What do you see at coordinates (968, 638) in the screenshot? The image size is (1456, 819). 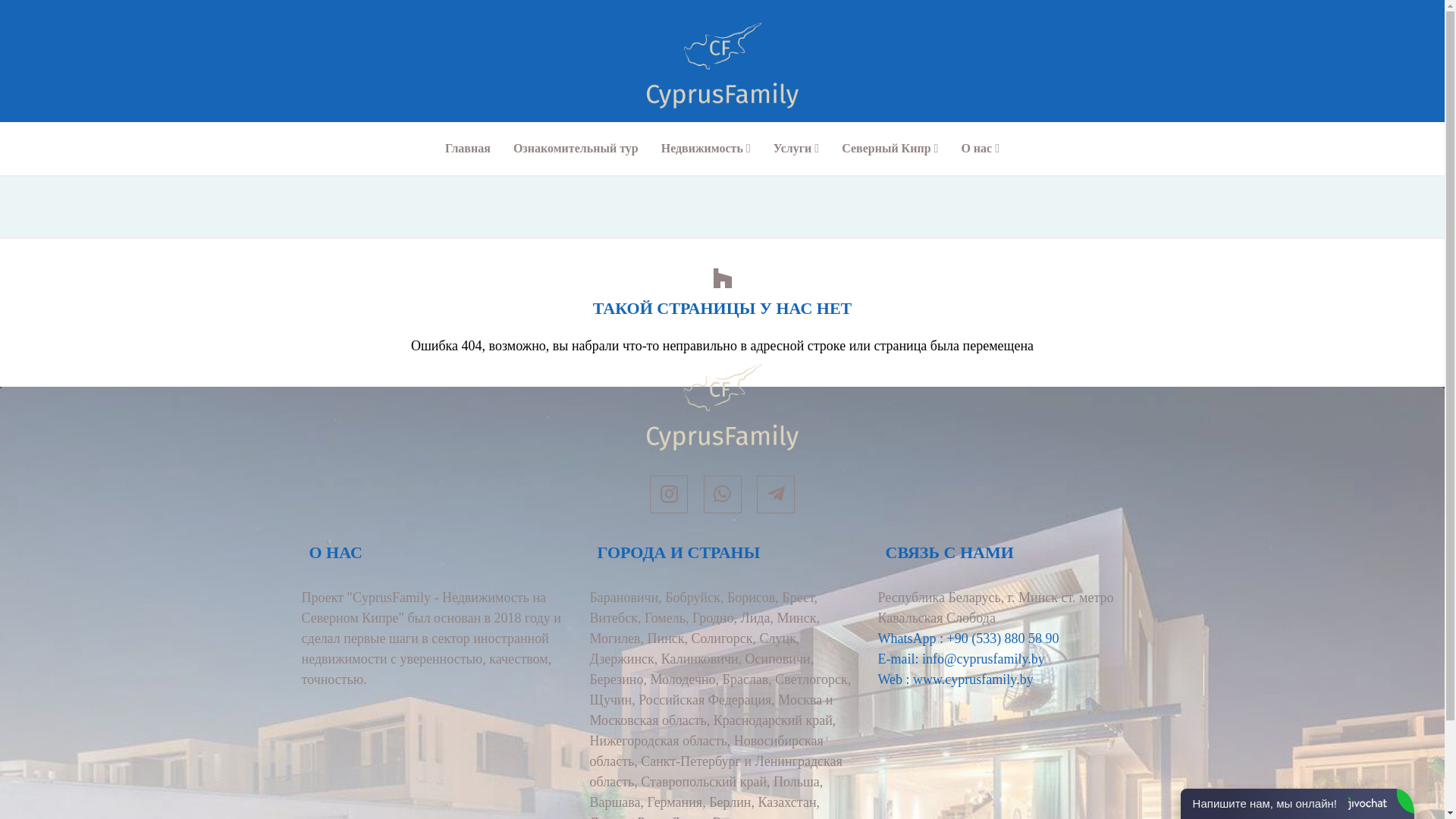 I see `'WhatsApp : +90 (533) 880 58 90'` at bounding box center [968, 638].